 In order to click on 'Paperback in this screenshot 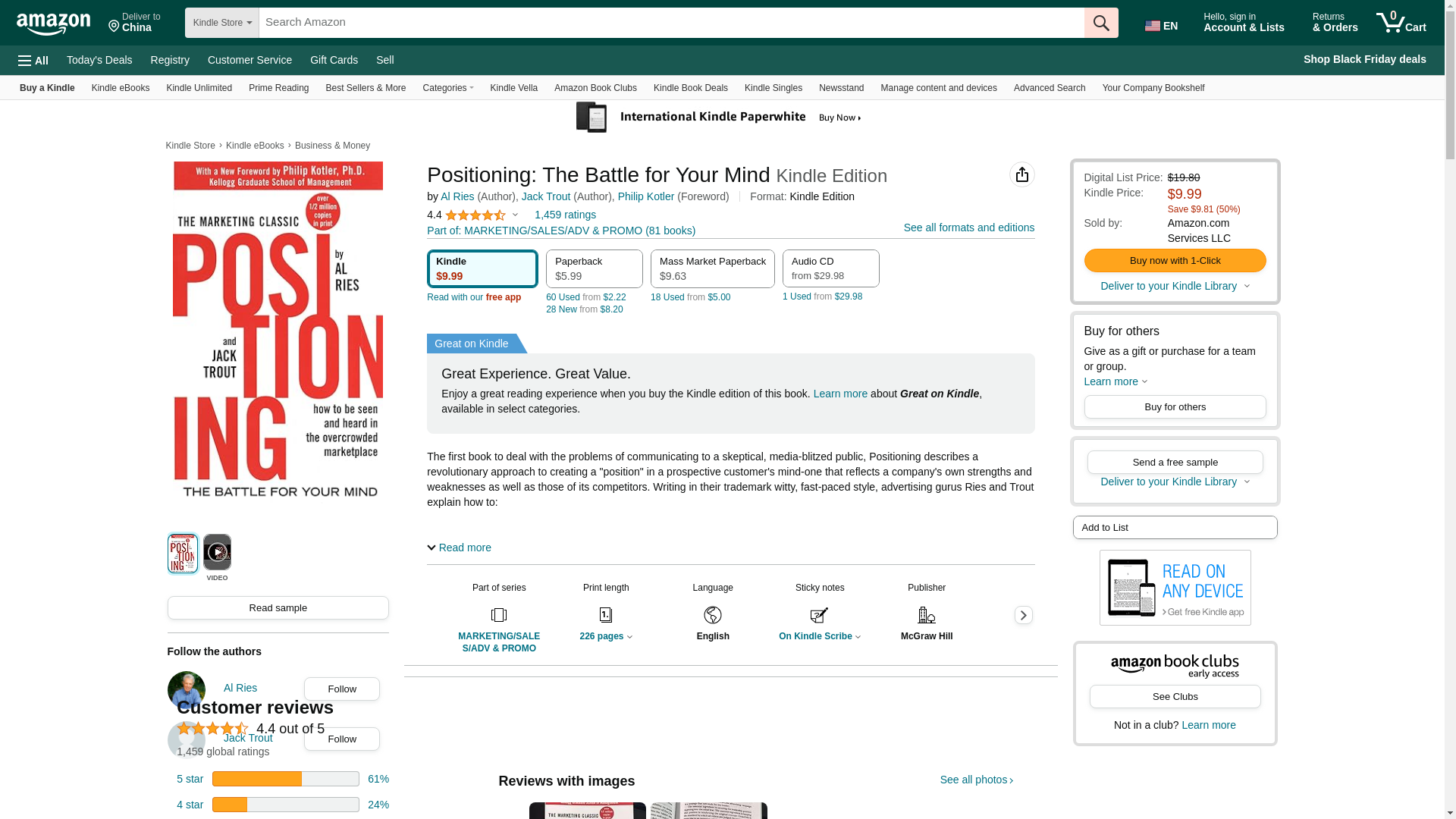, I will do `click(593, 268)`.